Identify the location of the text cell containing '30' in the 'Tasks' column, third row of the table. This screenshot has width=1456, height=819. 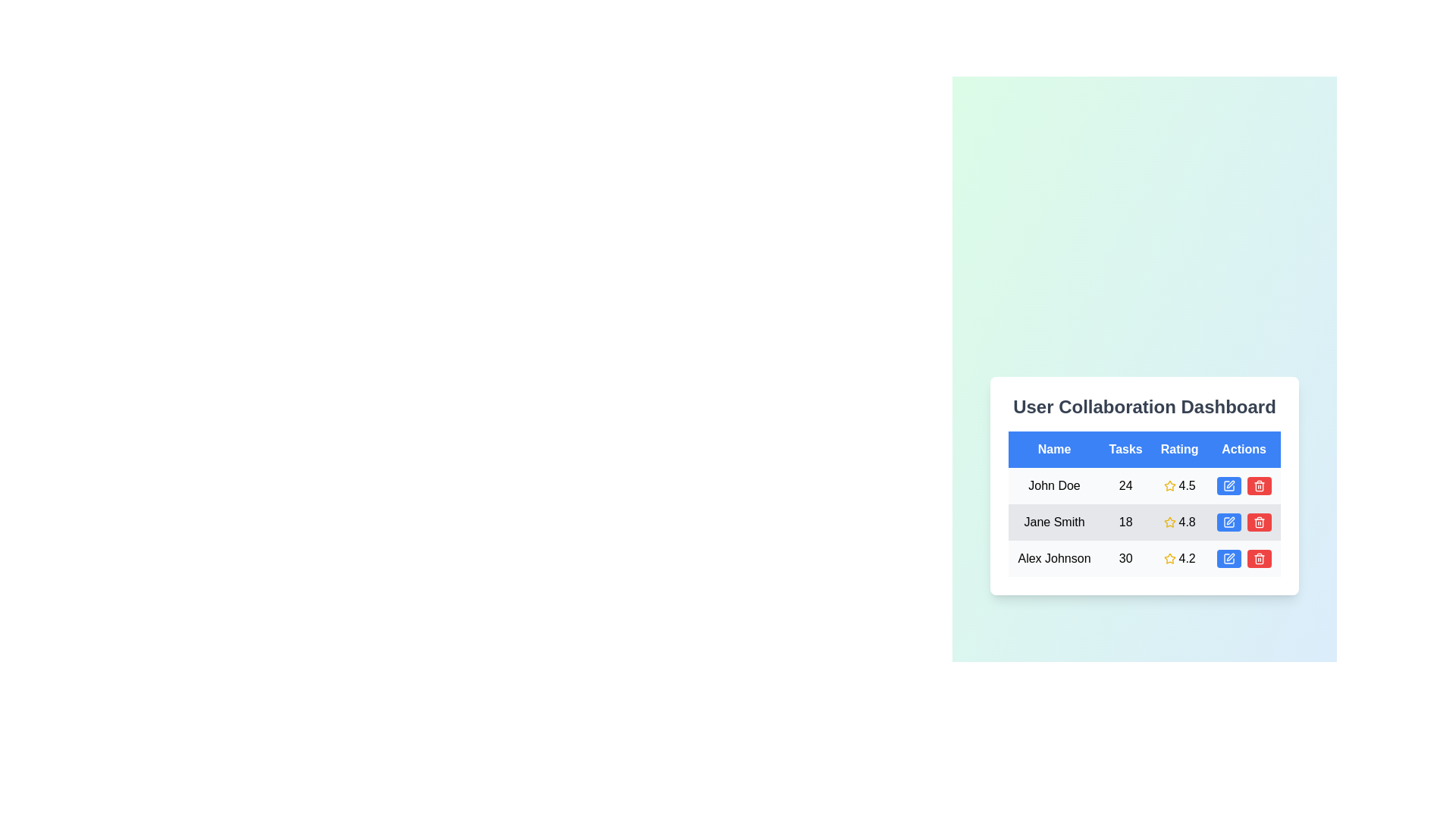
(1125, 558).